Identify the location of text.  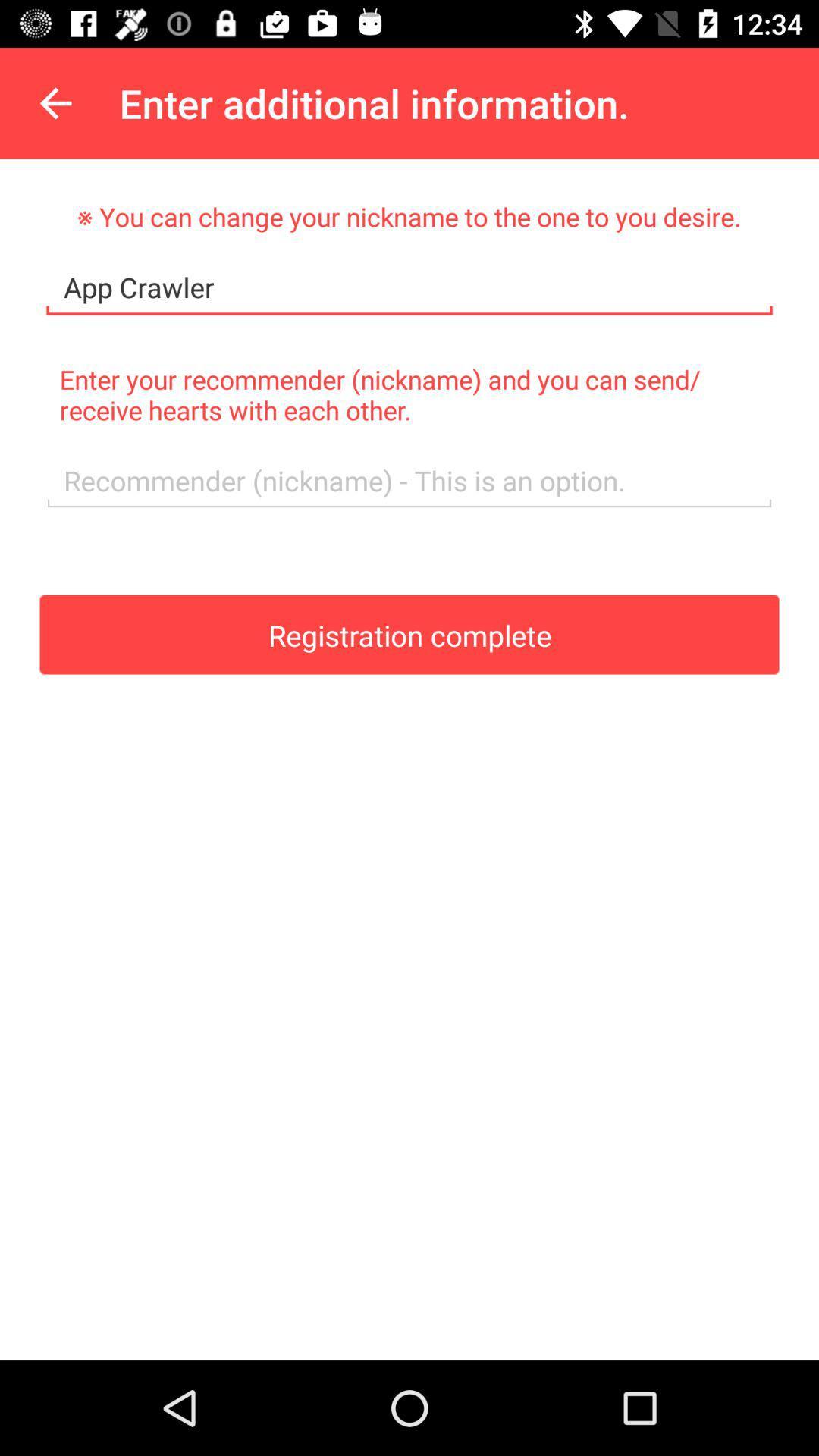
(409, 480).